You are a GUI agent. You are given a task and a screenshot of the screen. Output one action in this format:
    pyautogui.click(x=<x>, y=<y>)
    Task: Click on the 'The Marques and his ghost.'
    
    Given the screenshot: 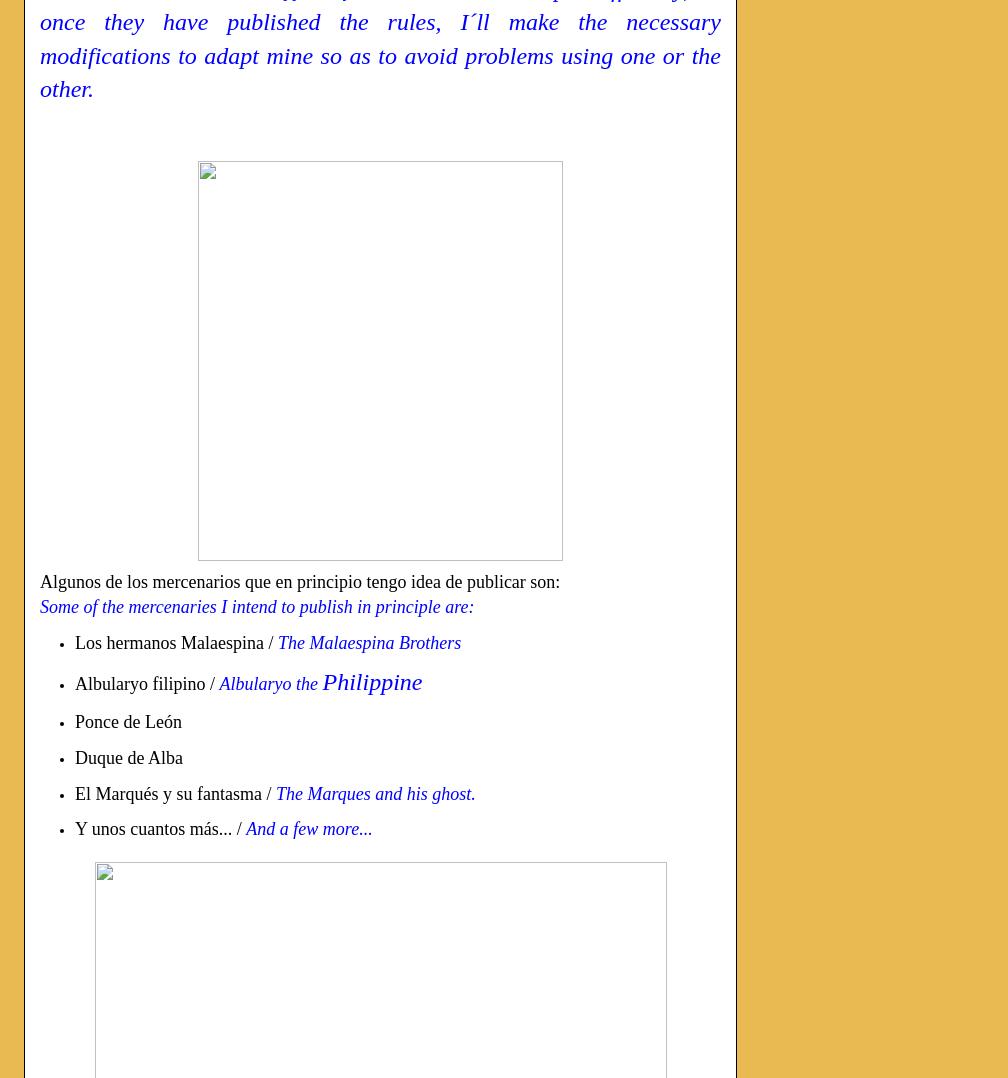 What is the action you would take?
    pyautogui.click(x=374, y=791)
    